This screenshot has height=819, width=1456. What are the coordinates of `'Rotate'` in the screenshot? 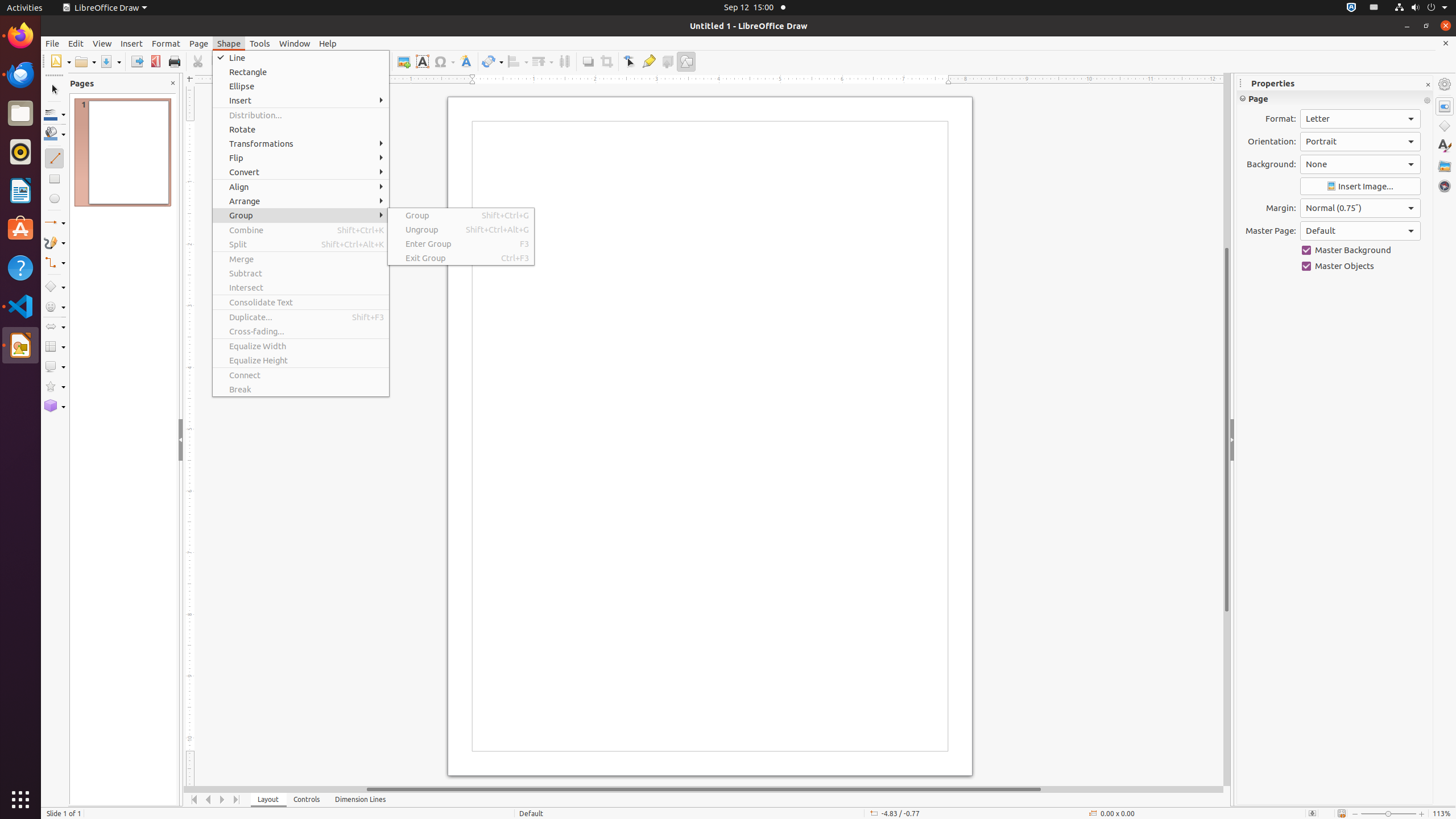 It's located at (300, 129).